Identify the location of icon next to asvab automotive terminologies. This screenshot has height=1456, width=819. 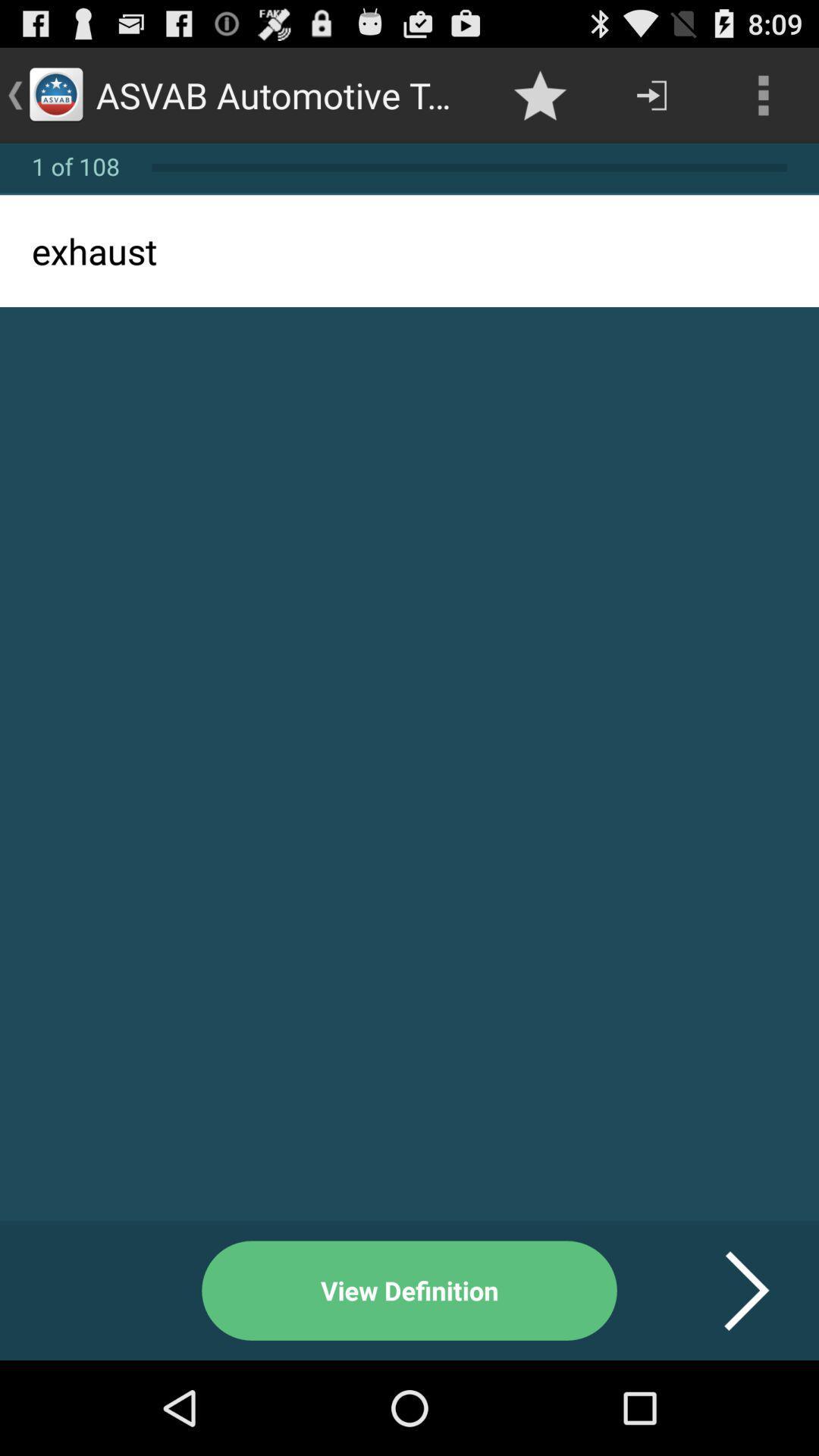
(539, 94).